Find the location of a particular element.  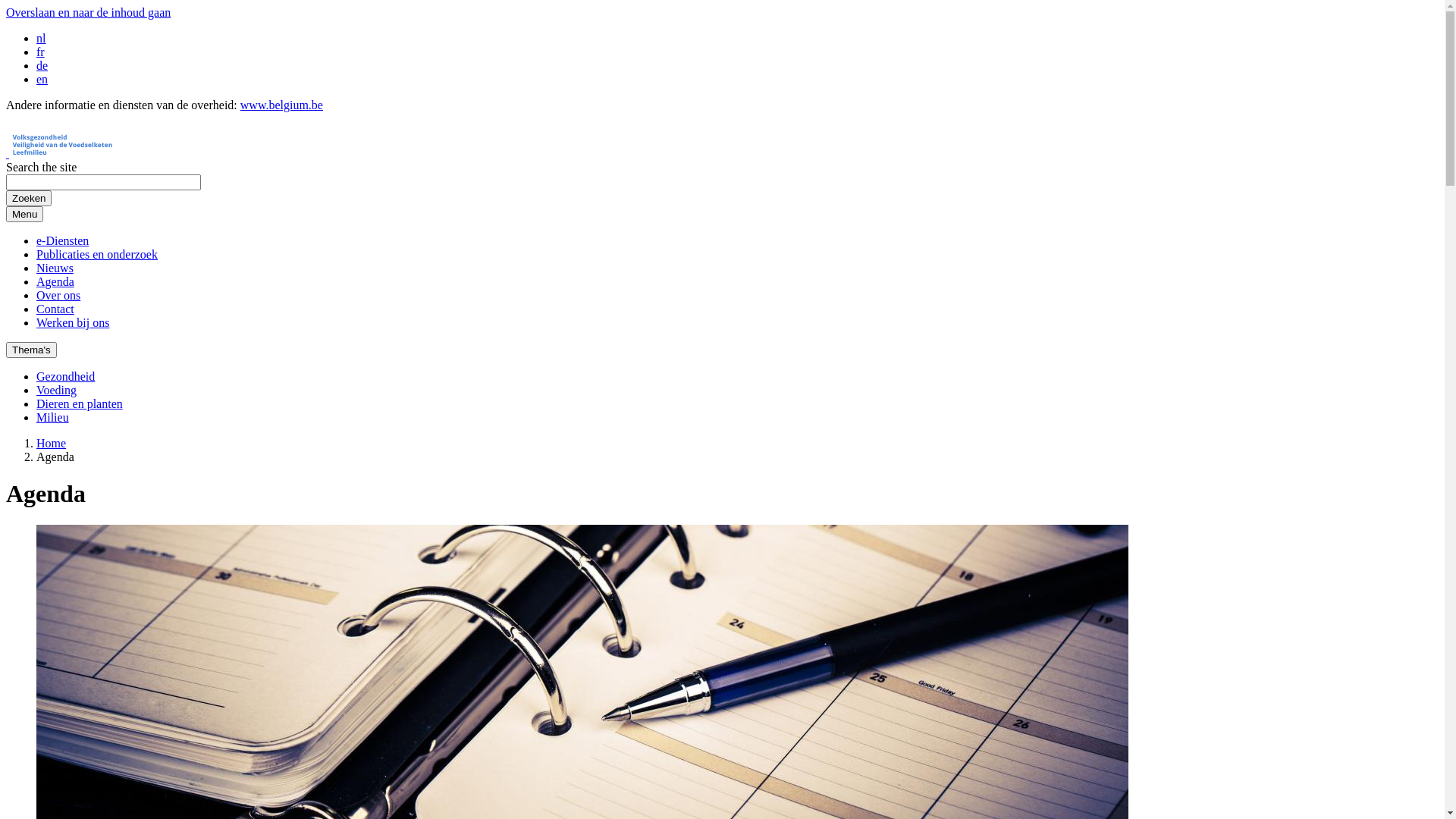

'Dieren en planten' is located at coordinates (36, 403).